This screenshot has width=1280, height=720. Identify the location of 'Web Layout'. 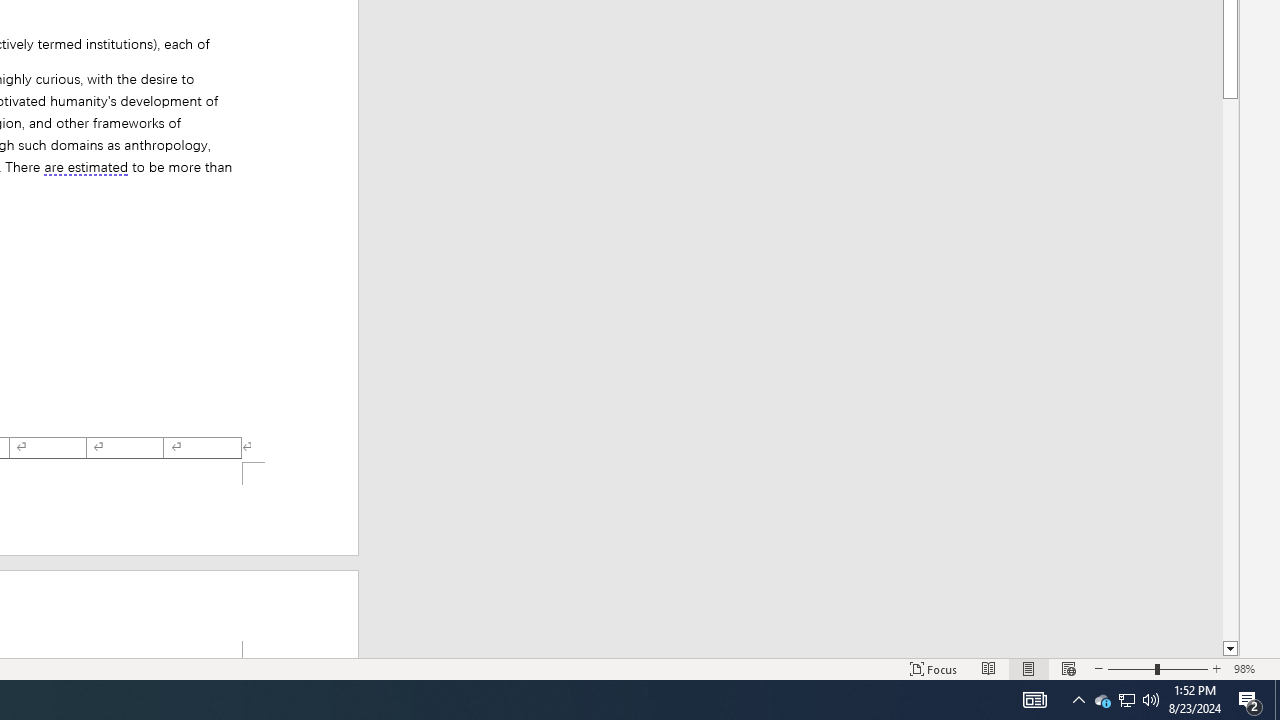
(1068, 669).